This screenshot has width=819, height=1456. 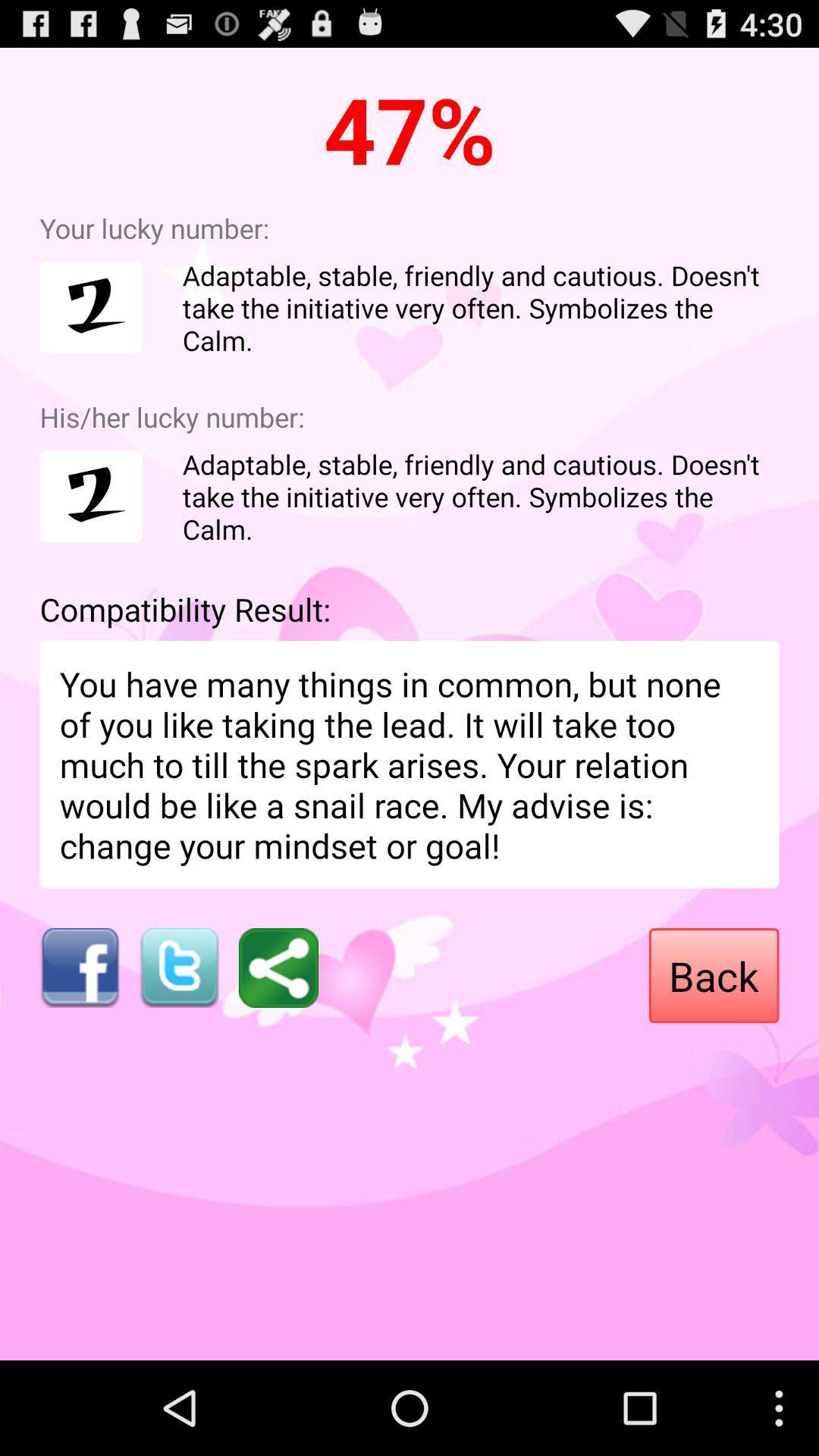 I want to click on the share icon, so click(x=278, y=1035).